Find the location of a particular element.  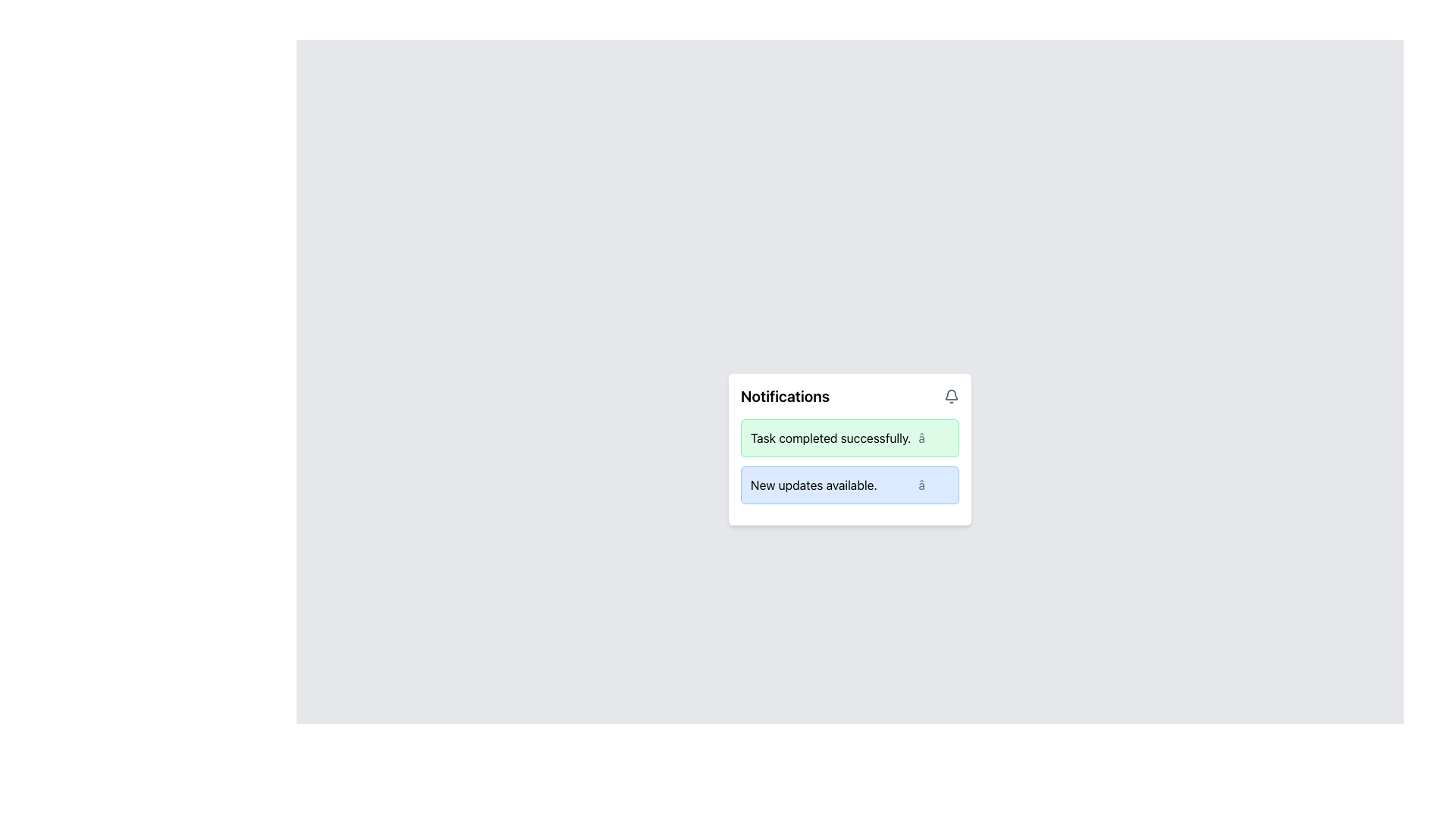

the Notification Box that indicates the successful completion of a task by clicking on it is located at coordinates (850, 438).